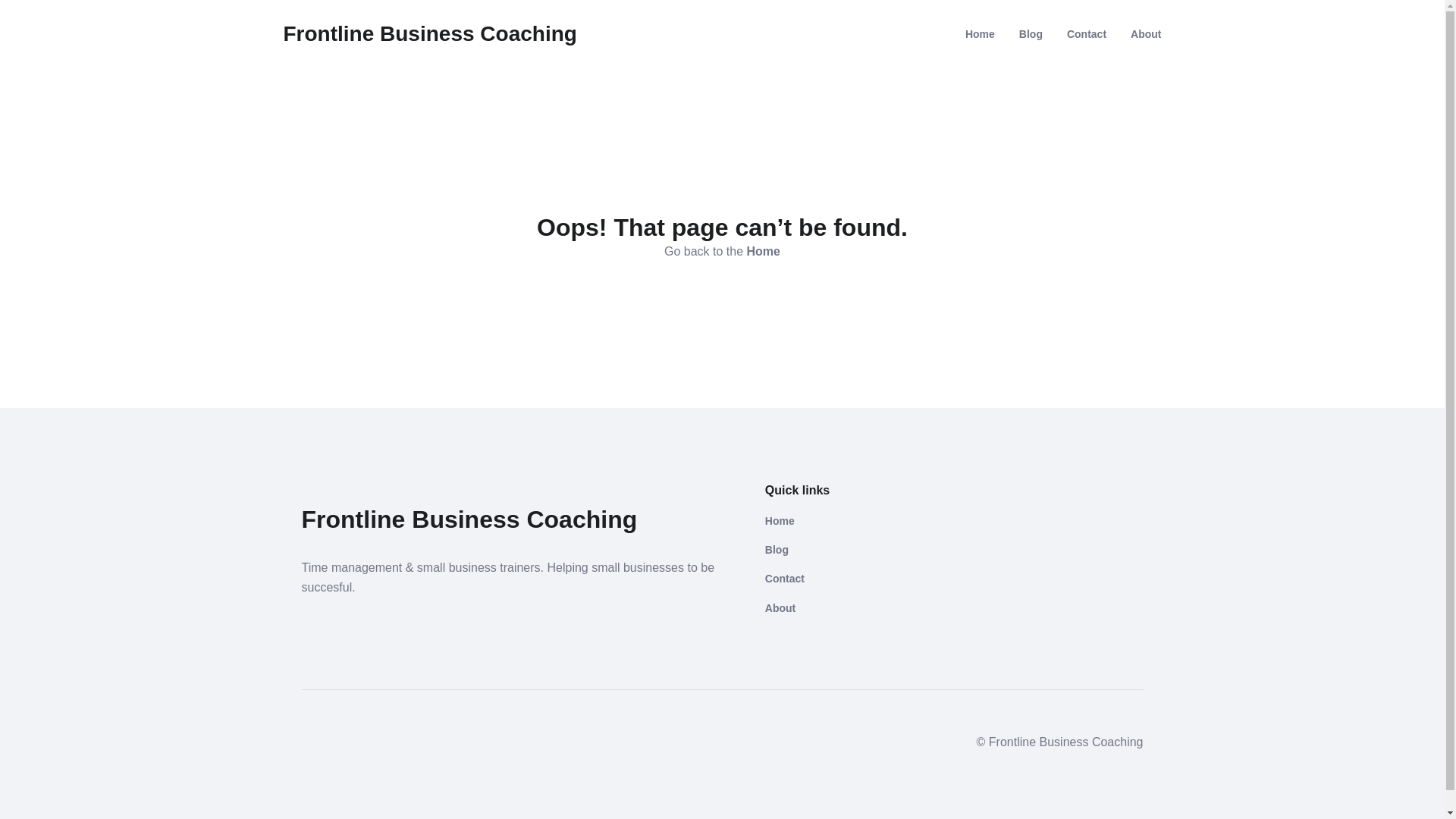  I want to click on 'Contact', so click(1086, 34).